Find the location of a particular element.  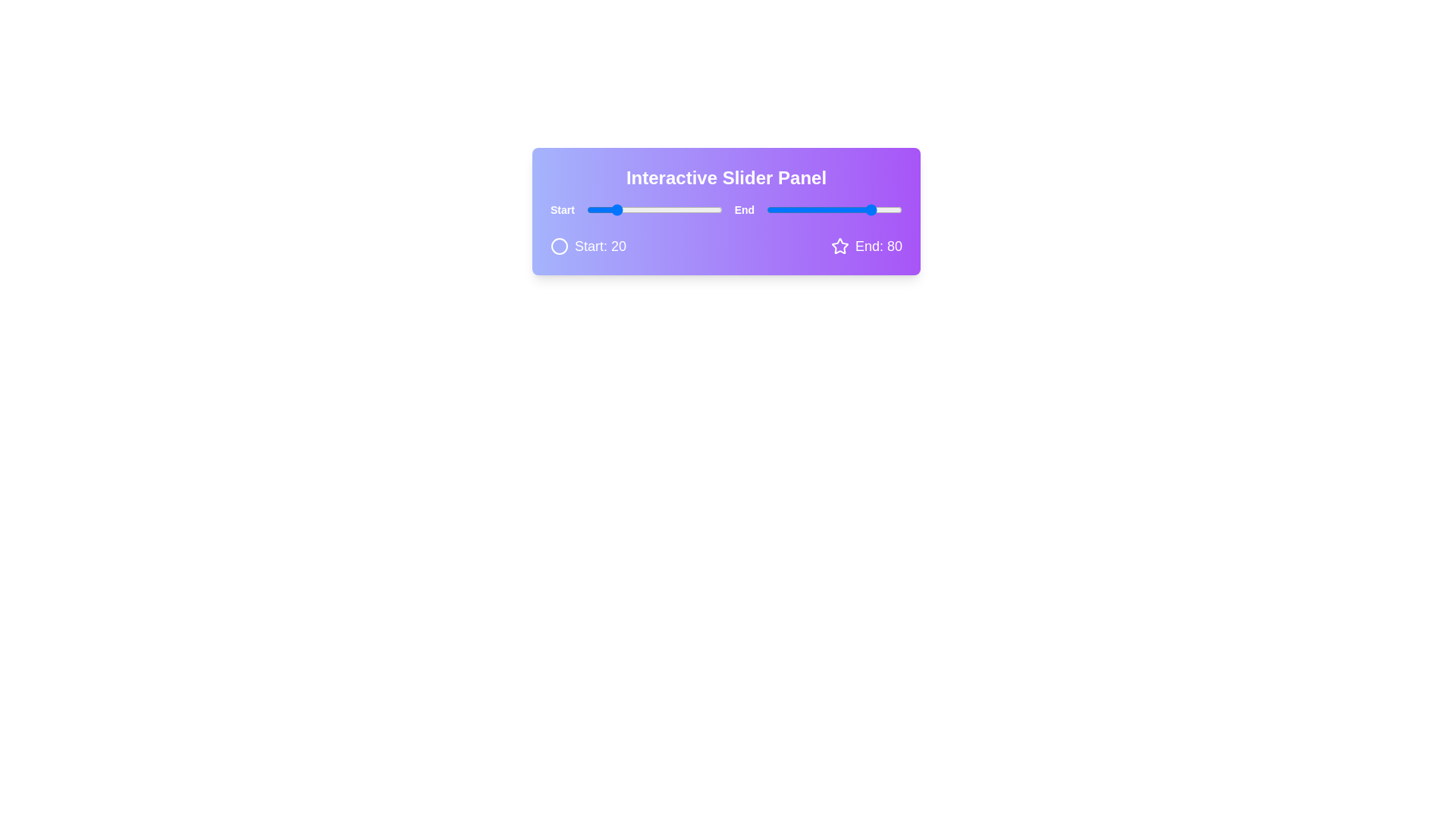

the star-shaped icon with a purple background and white outline, located next to the text 'End: 80' in the bottom-right section of the 'Interactive Slider Panel' is located at coordinates (839, 245).